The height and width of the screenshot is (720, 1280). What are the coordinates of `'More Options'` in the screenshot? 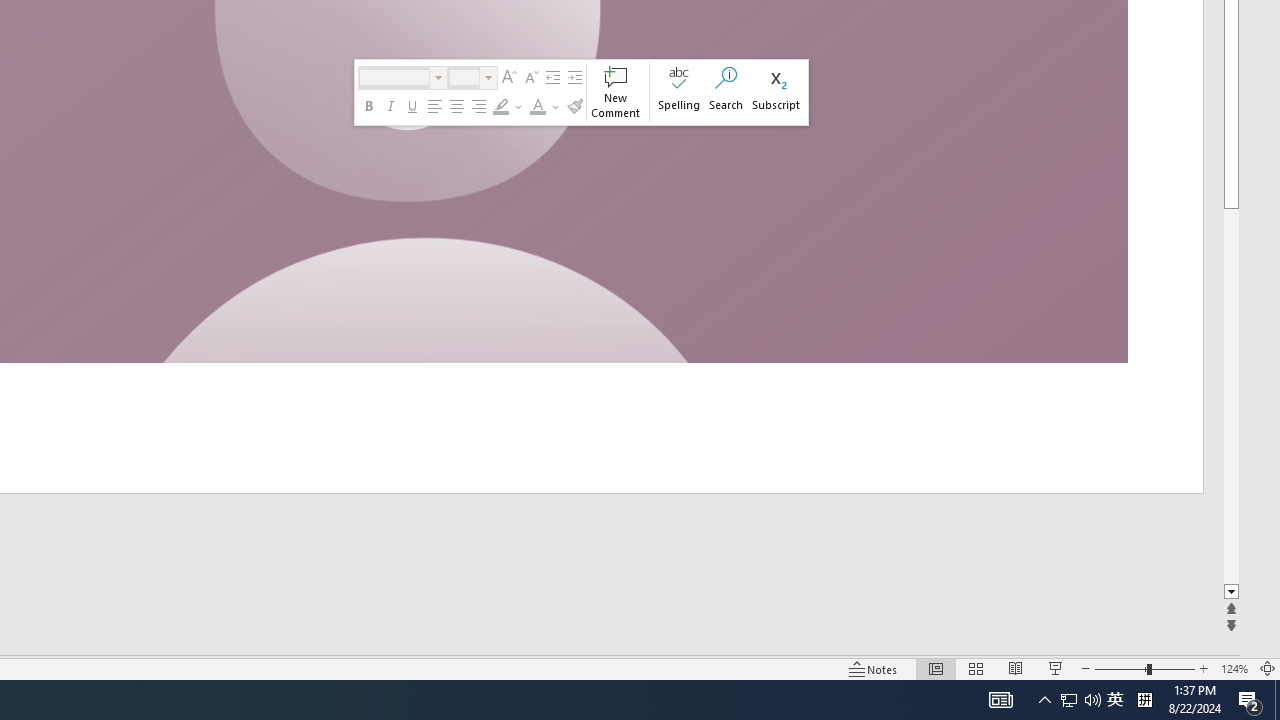 It's located at (556, 106).